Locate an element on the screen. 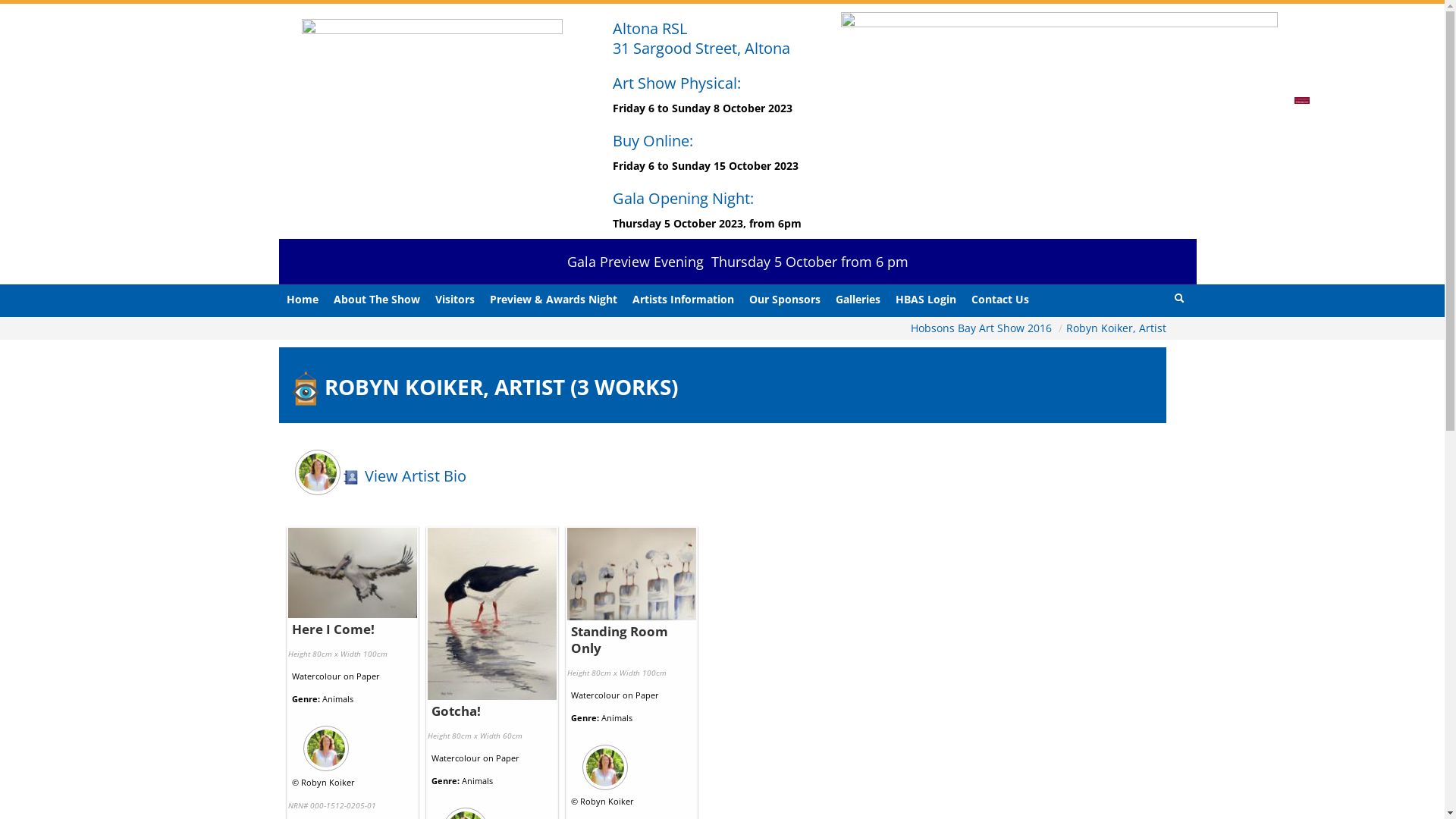 This screenshot has width=1456, height=819. 'Artists Information' is located at coordinates (682, 299).